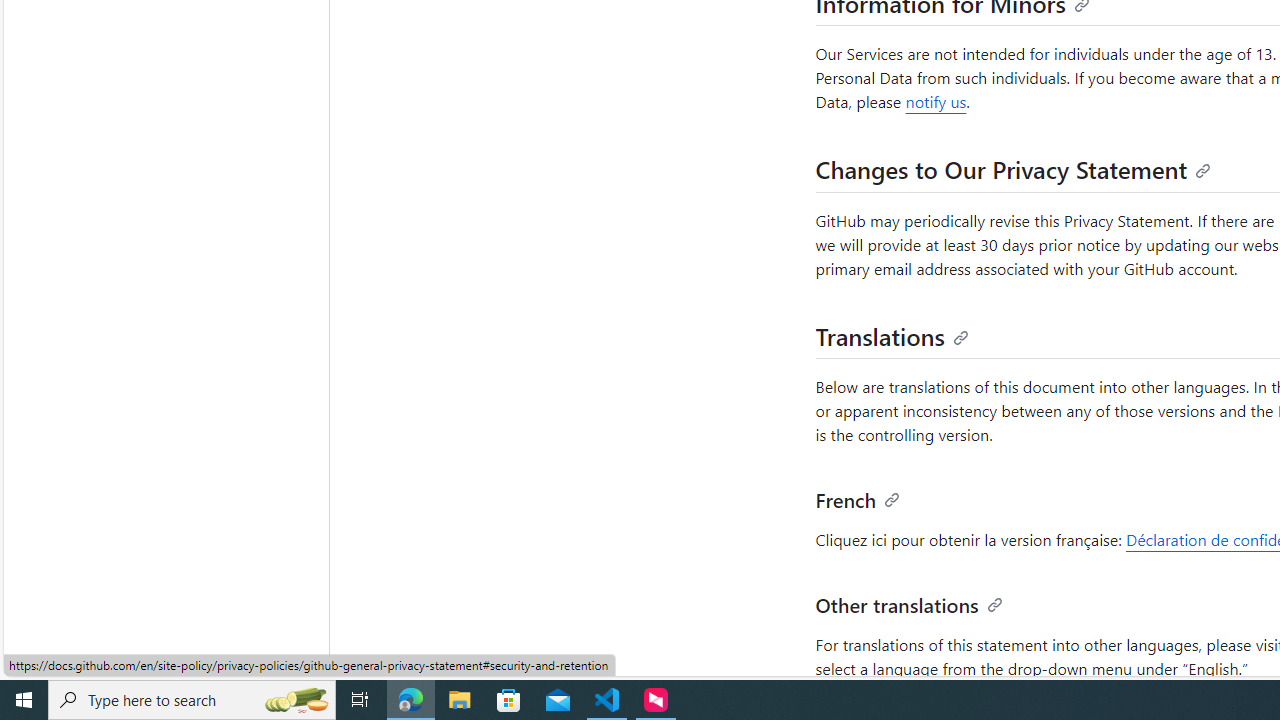 The width and height of the screenshot is (1280, 720). What do you see at coordinates (891, 334) in the screenshot?
I see `'Translations'` at bounding box center [891, 334].